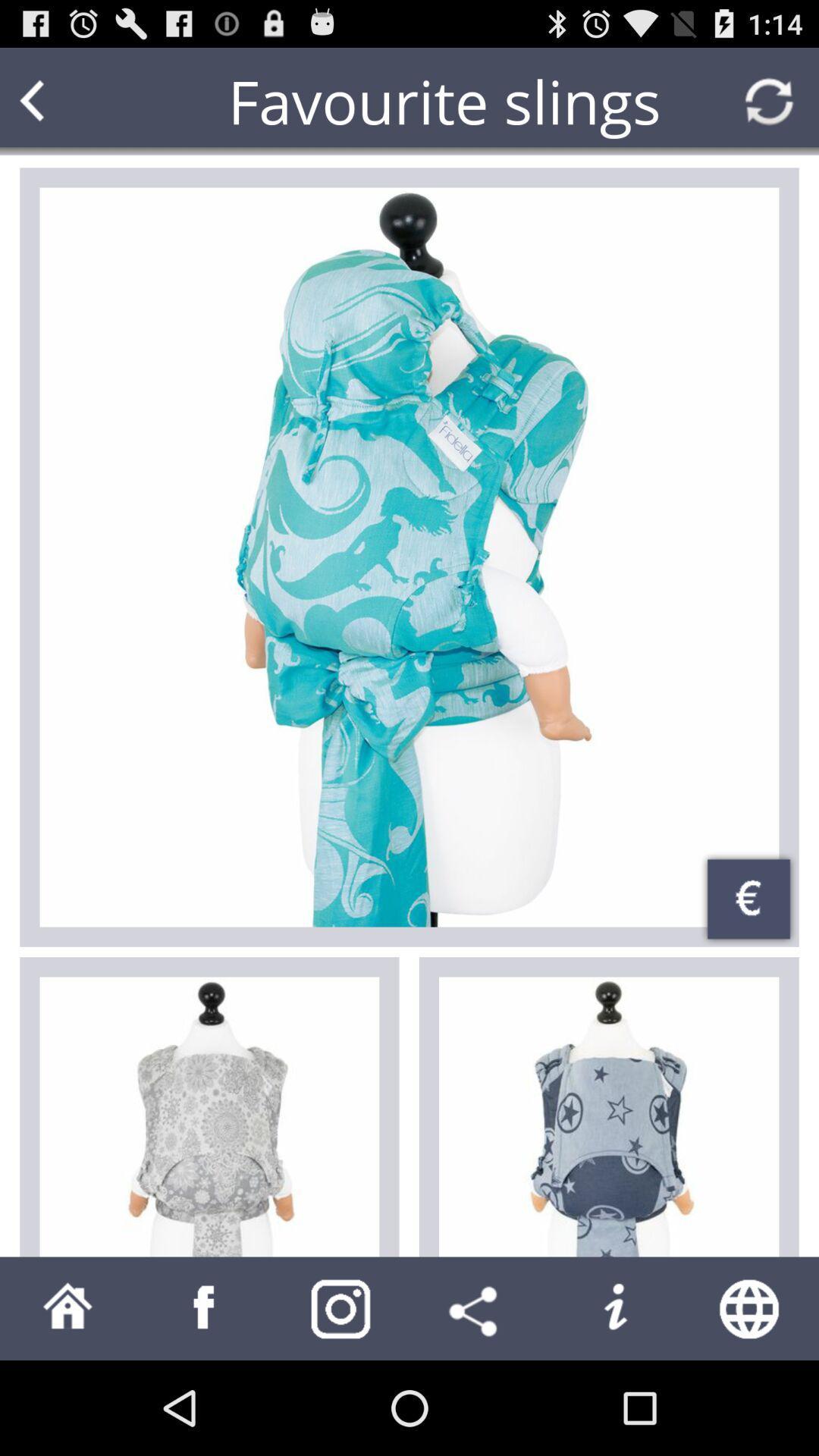 The image size is (819, 1456). Describe the element at coordinates (341, 1400) in the screenshot. I see `the photo icon` at that location.